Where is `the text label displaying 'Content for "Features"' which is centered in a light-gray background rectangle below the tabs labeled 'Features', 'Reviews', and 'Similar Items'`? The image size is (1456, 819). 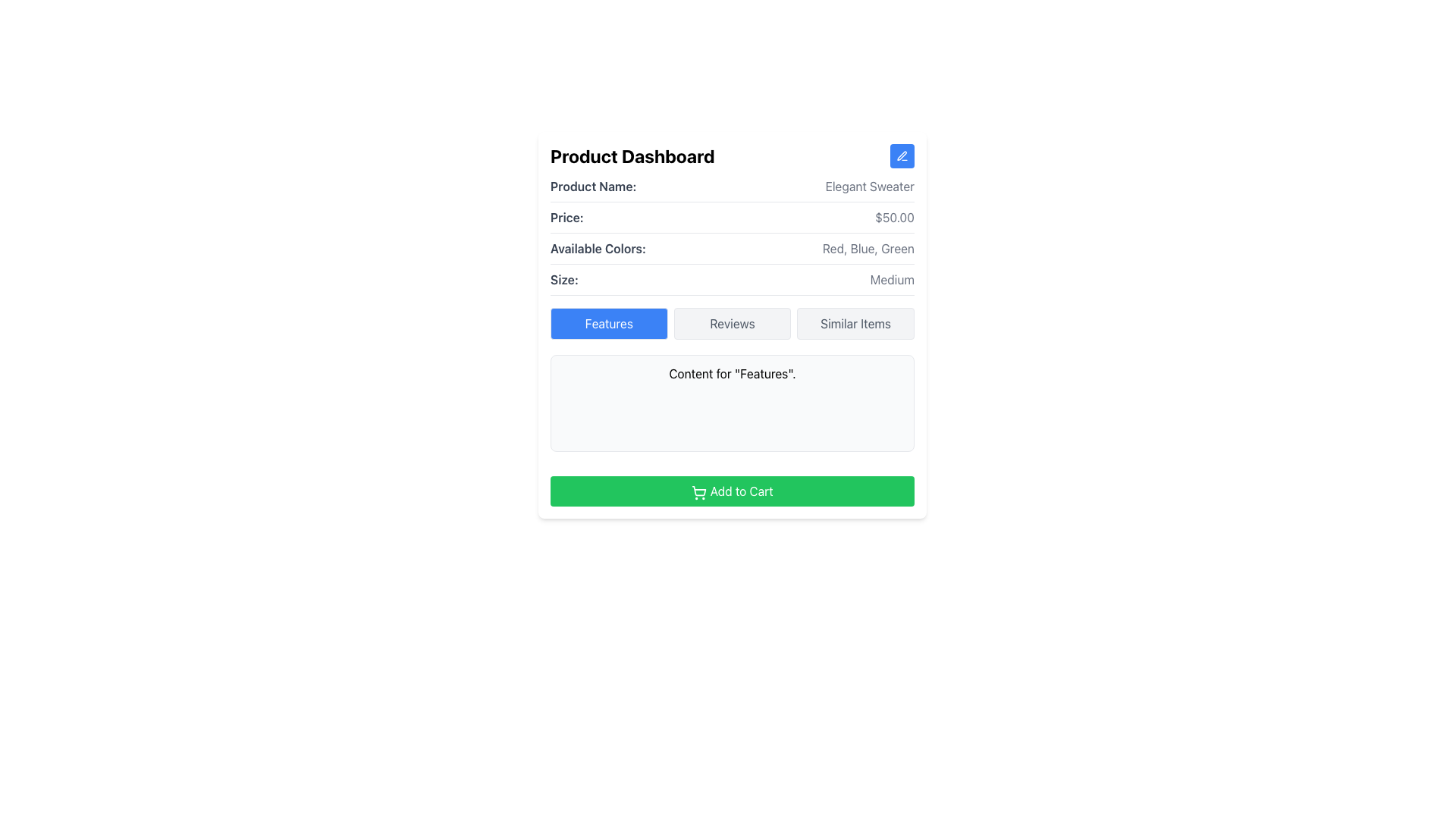
the text label displaying 'Content for "Features"' which is centered in a light-gray background rectangle below the tabs labeled 'Features', 'Reviews', and 'Similar Items' is located at coordinates (732, 374).